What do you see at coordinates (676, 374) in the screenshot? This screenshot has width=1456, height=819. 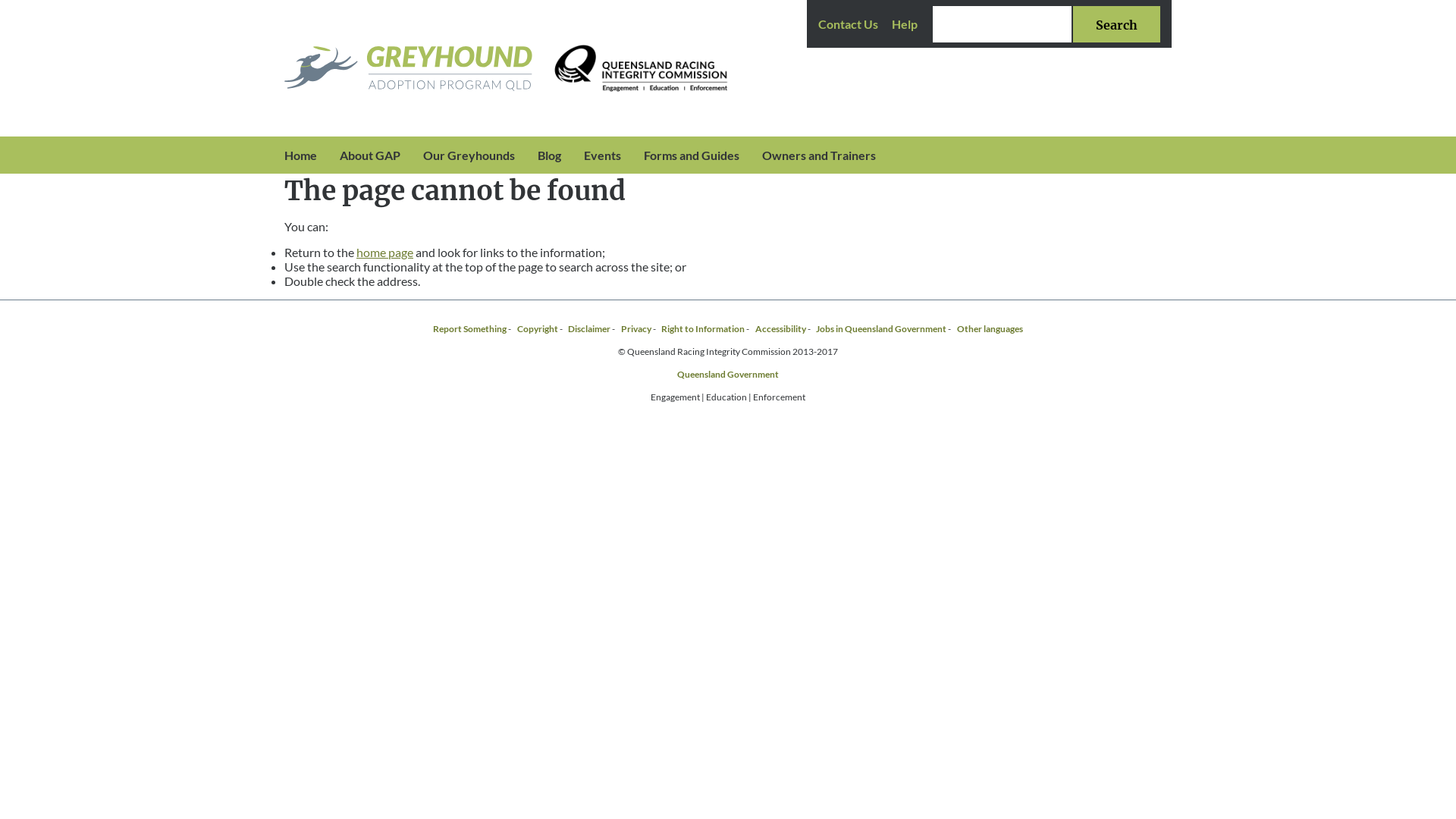 I see `'Queensland Government'` at bounding box center [676, 374].